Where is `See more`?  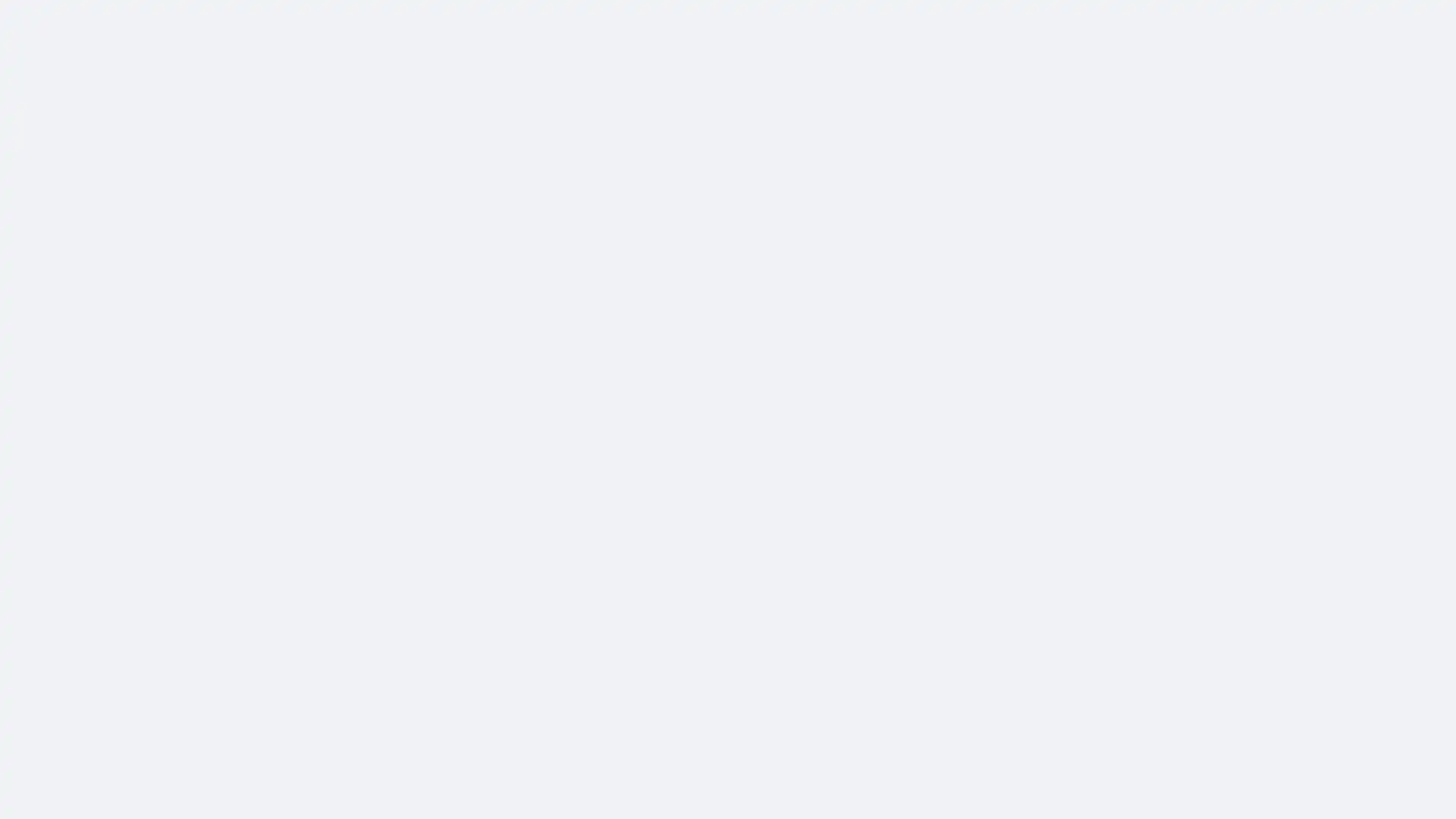 See more is located at coordinates (523, 635).